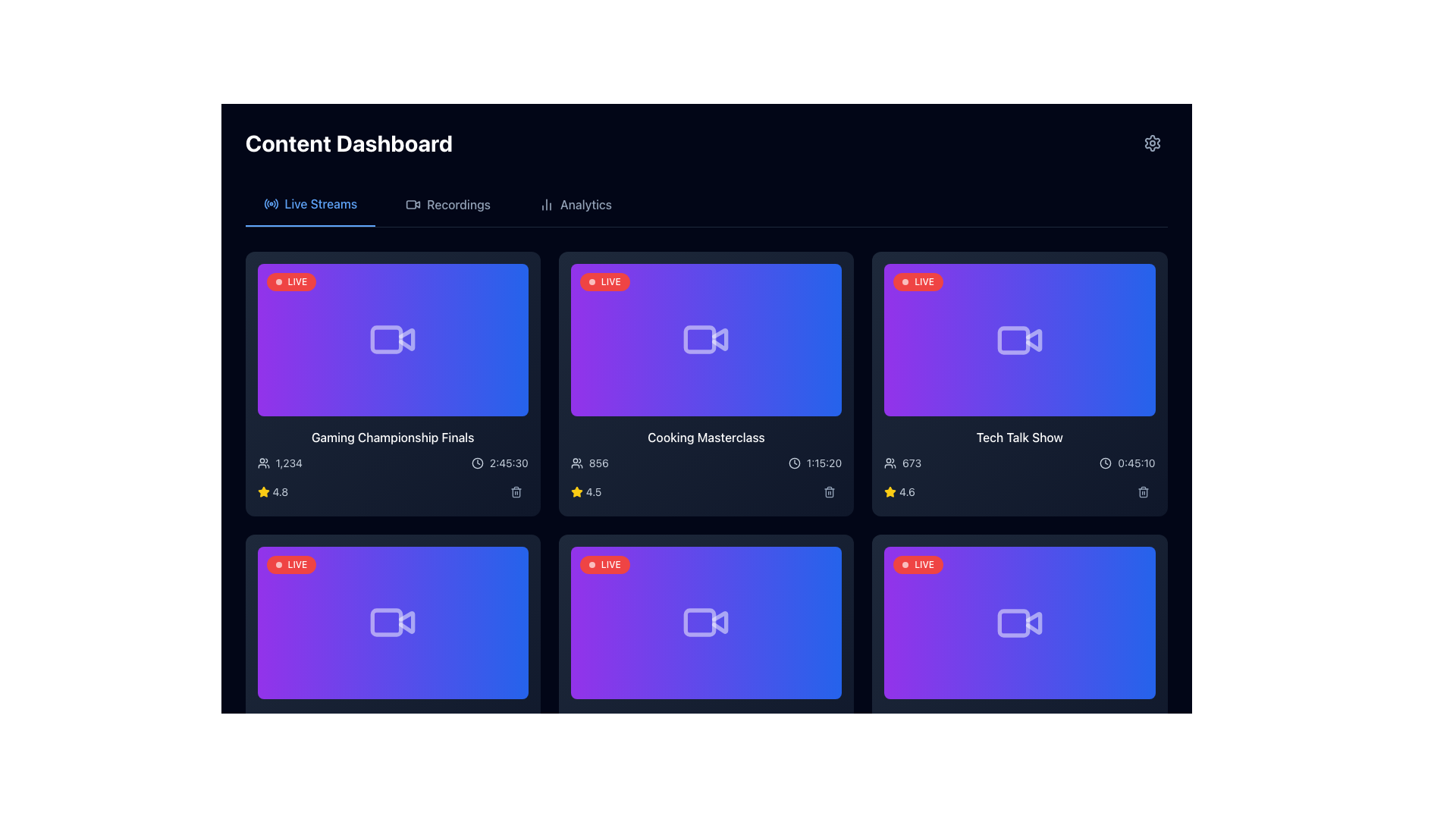 The image size is (1456, 819). Describe the element at coordinates (907, 491) in the screenshot. I see `the static text element displaying the numeric value '4.6' in light gray color, located adjacent to a yellow star icon within the 'Tech Talk Show' card` at that location.